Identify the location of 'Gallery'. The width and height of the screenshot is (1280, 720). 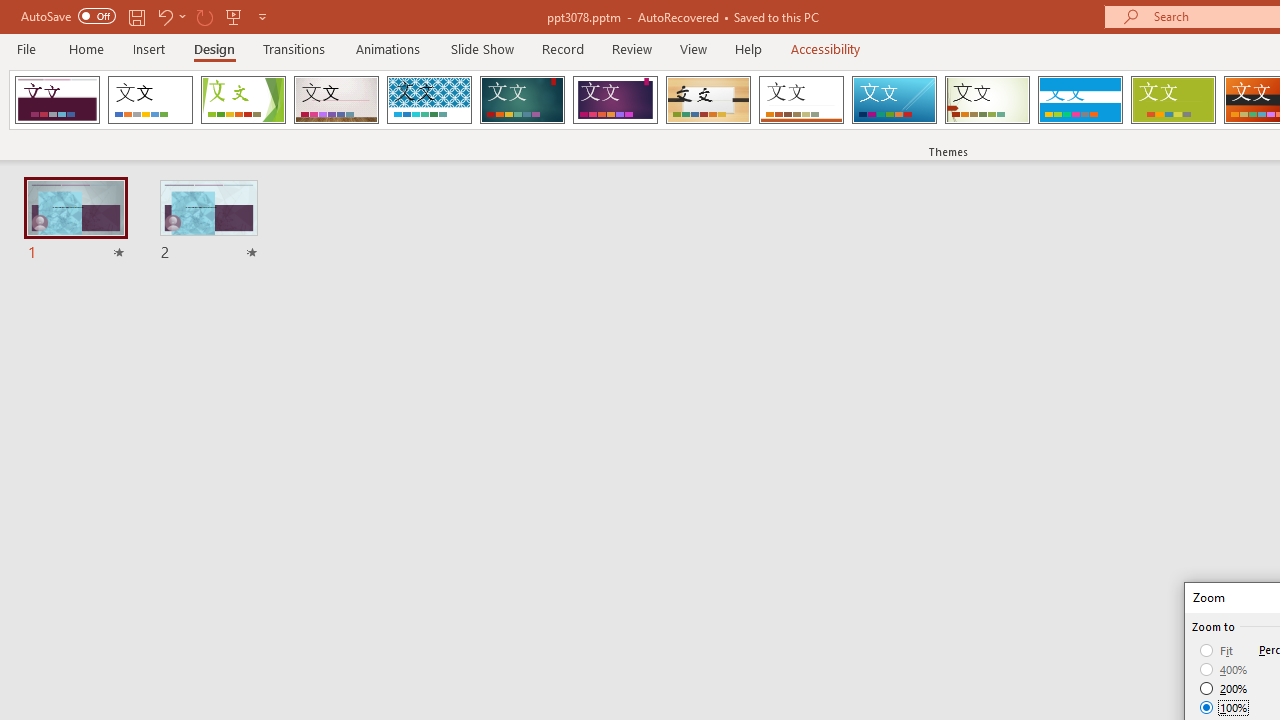
(336, 100).